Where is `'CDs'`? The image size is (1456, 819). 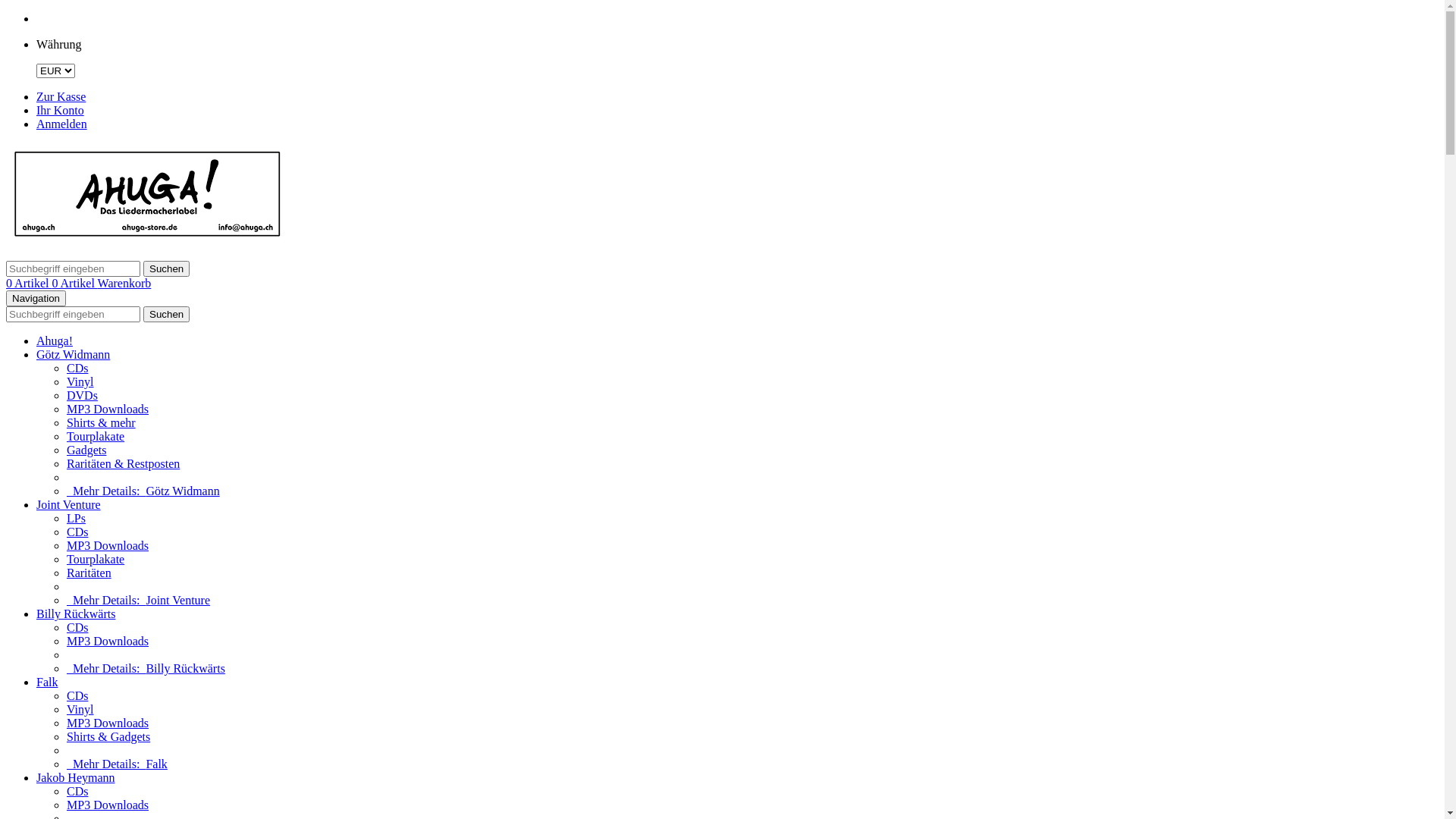 'CDs' is located at coordinates (76, 531).